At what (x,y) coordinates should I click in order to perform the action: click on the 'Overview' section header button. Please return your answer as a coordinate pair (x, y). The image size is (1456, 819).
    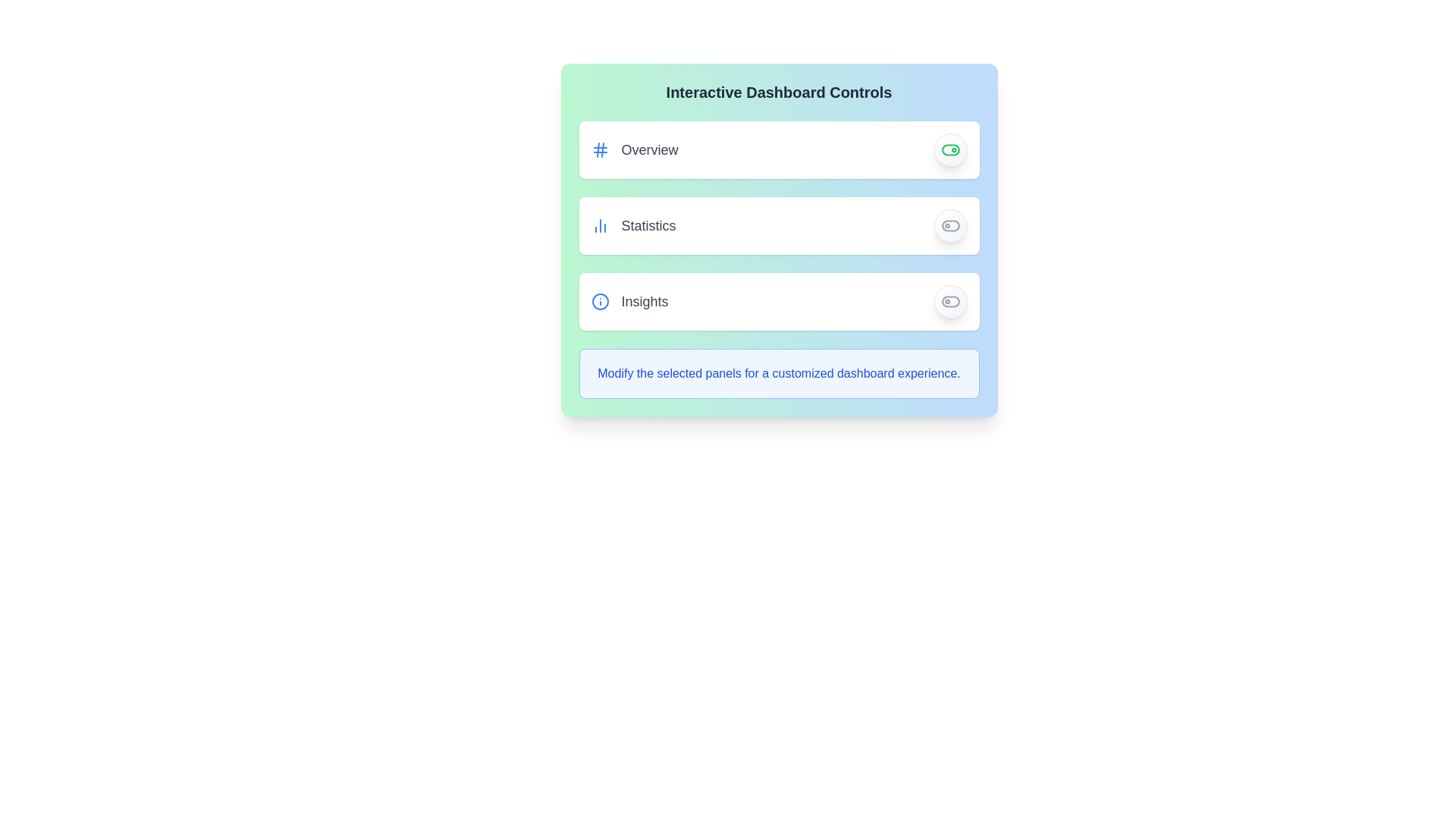
    Looking at the image, I should click on (634, 149).